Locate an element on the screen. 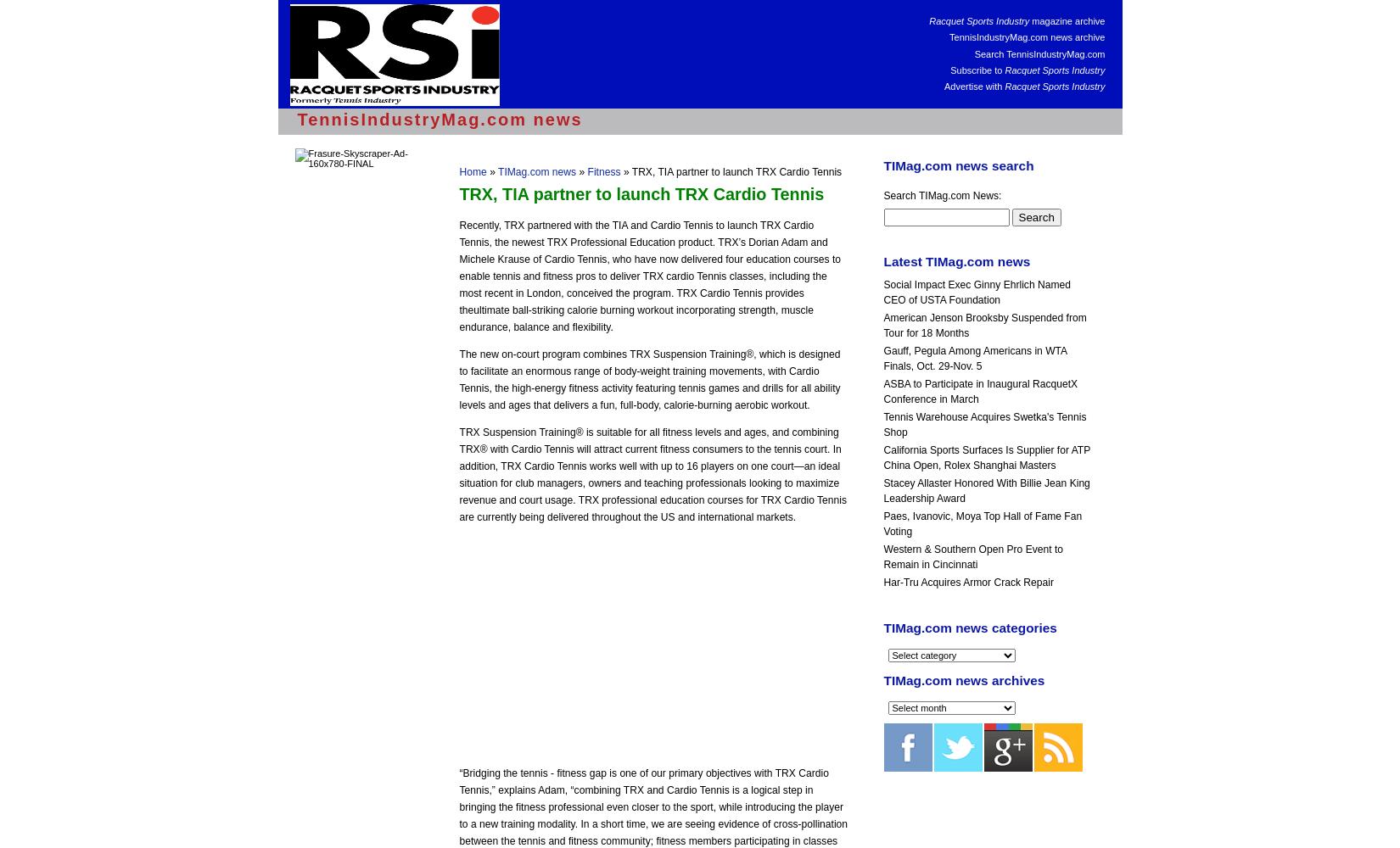 The image size is (1400, 848). 'Search TIMag.com News:' is located at coordinates (942, 195).